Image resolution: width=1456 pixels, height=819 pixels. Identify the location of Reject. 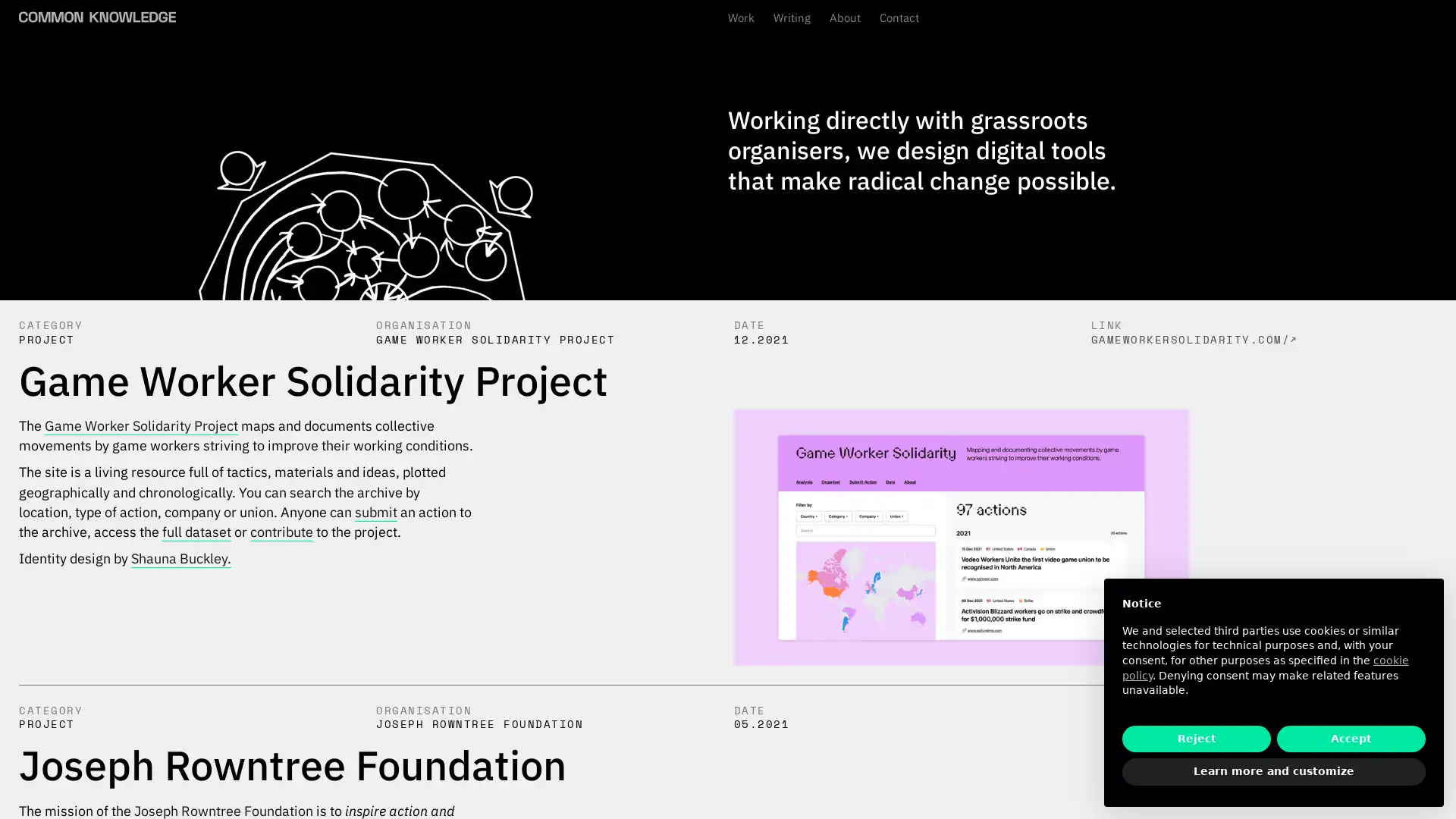
(1196, 738).